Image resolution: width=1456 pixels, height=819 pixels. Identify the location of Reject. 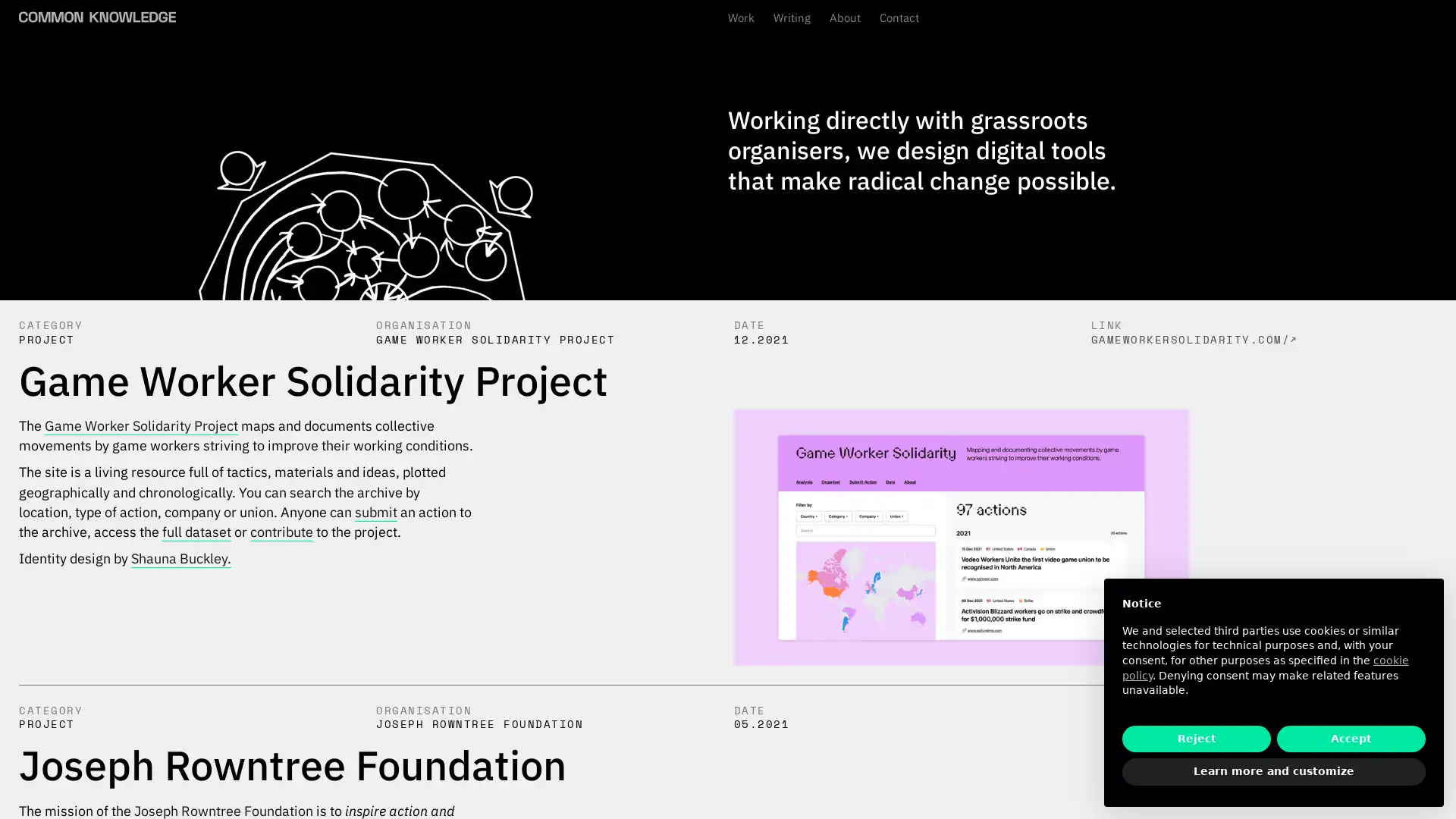
(1196, 738).